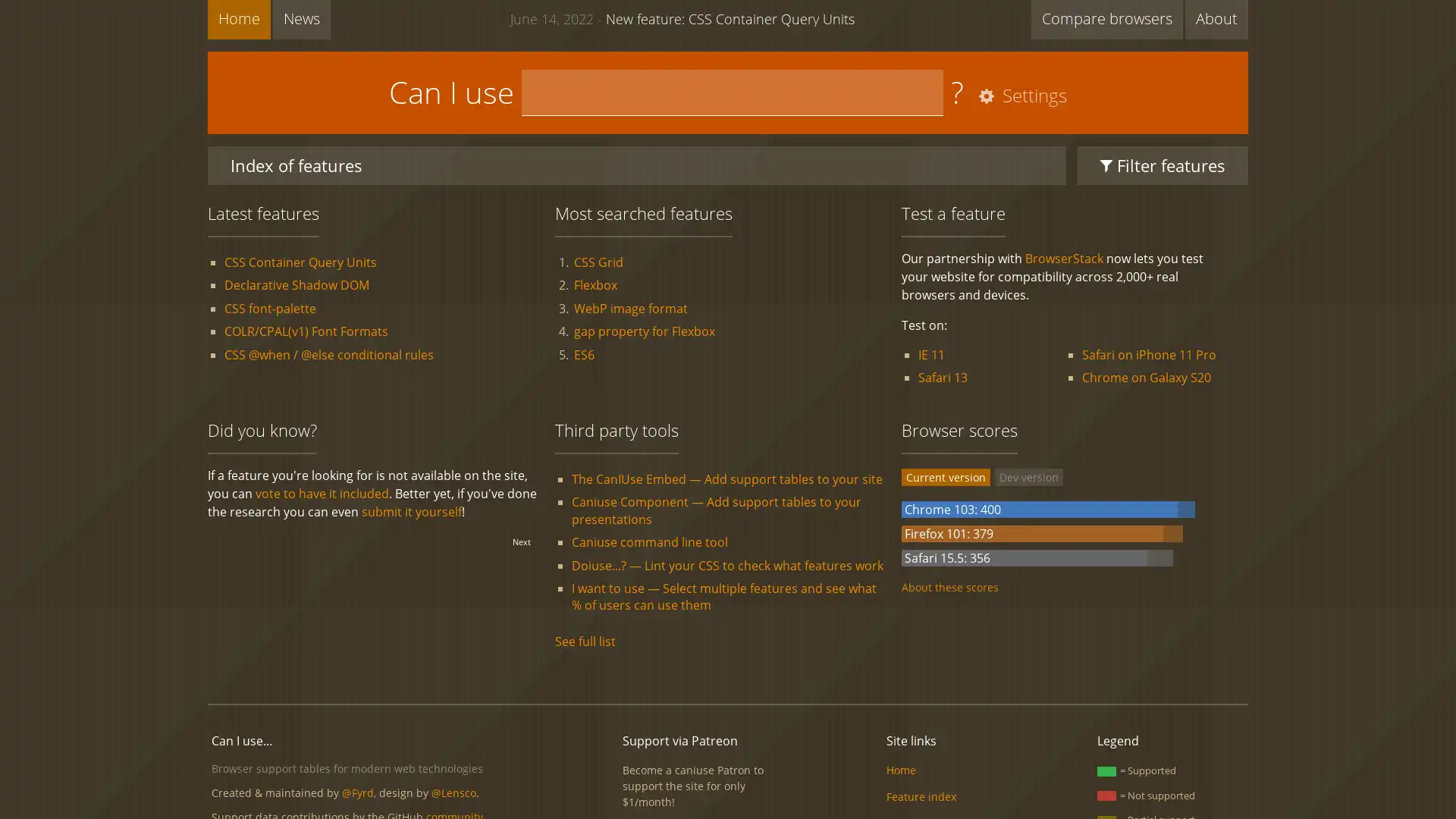  What do you see at coordinates (521, 541) in the screenshot?
I see `Next` at bounding box center [521, 541].